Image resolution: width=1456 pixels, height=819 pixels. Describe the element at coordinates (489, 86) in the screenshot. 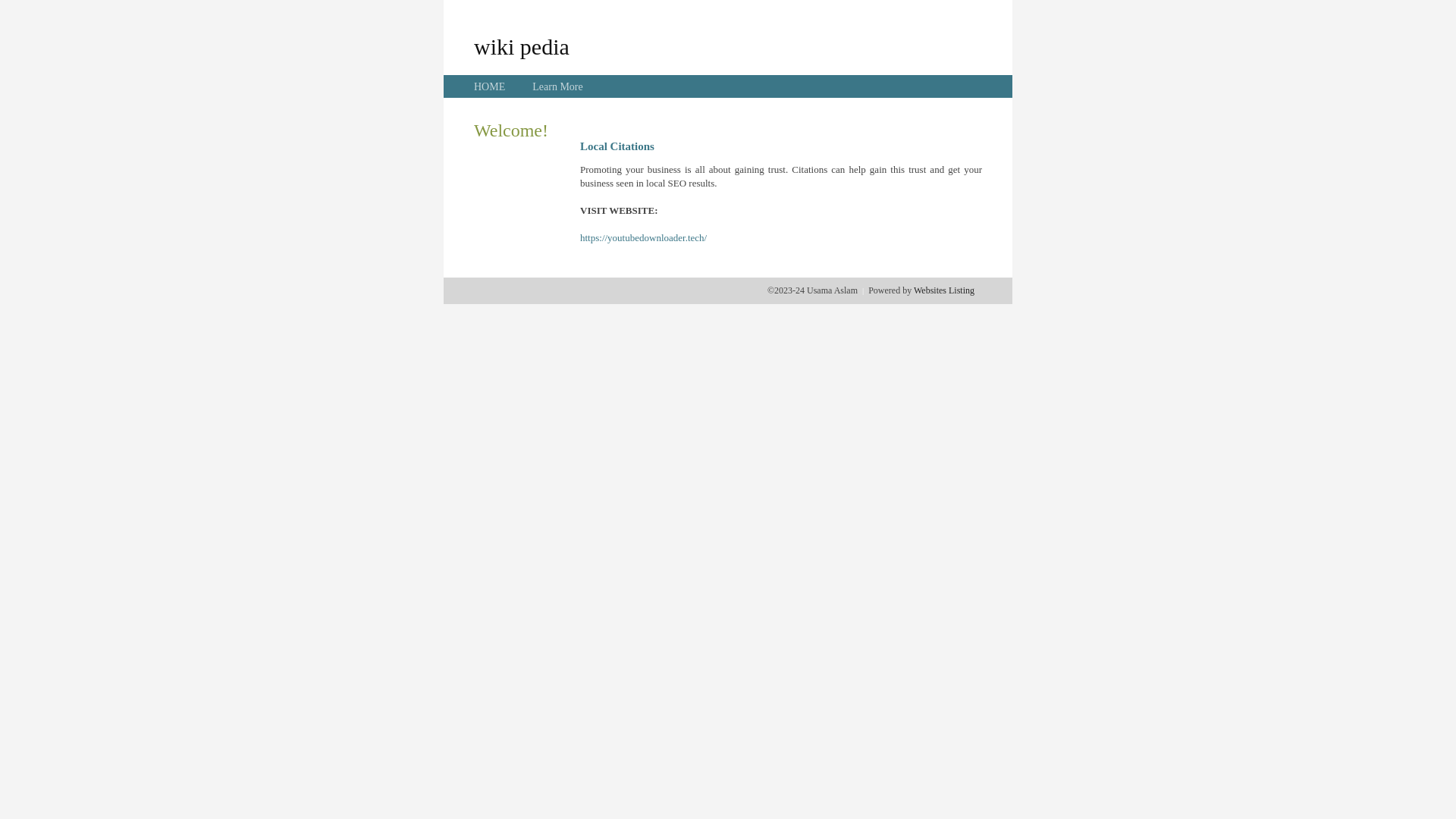

I see `'HOME'` at that location.